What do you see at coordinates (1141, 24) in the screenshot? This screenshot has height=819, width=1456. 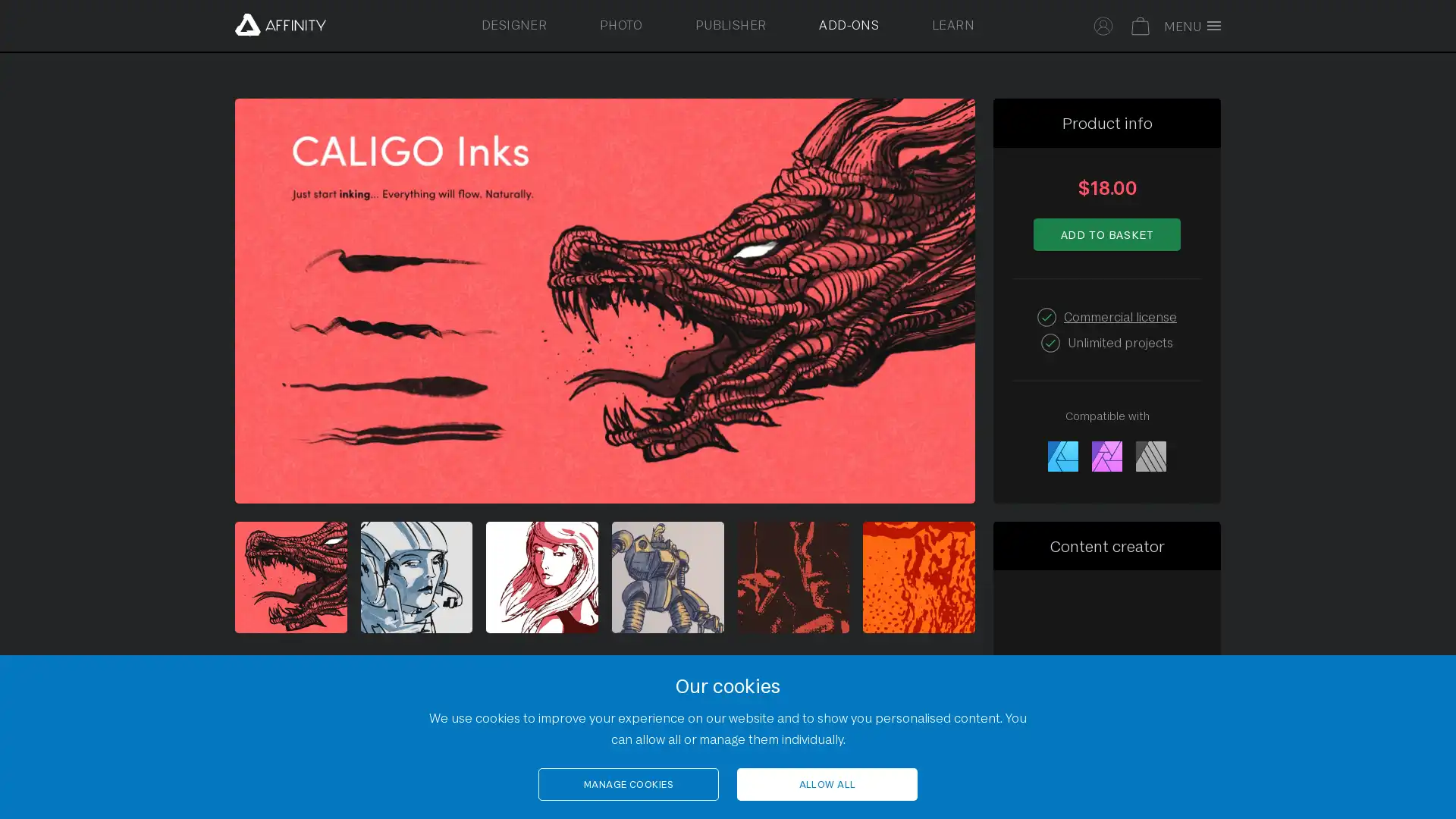 I see `Your basket is empty. Select to toggle basket.` at bounding box center [1141, 24].